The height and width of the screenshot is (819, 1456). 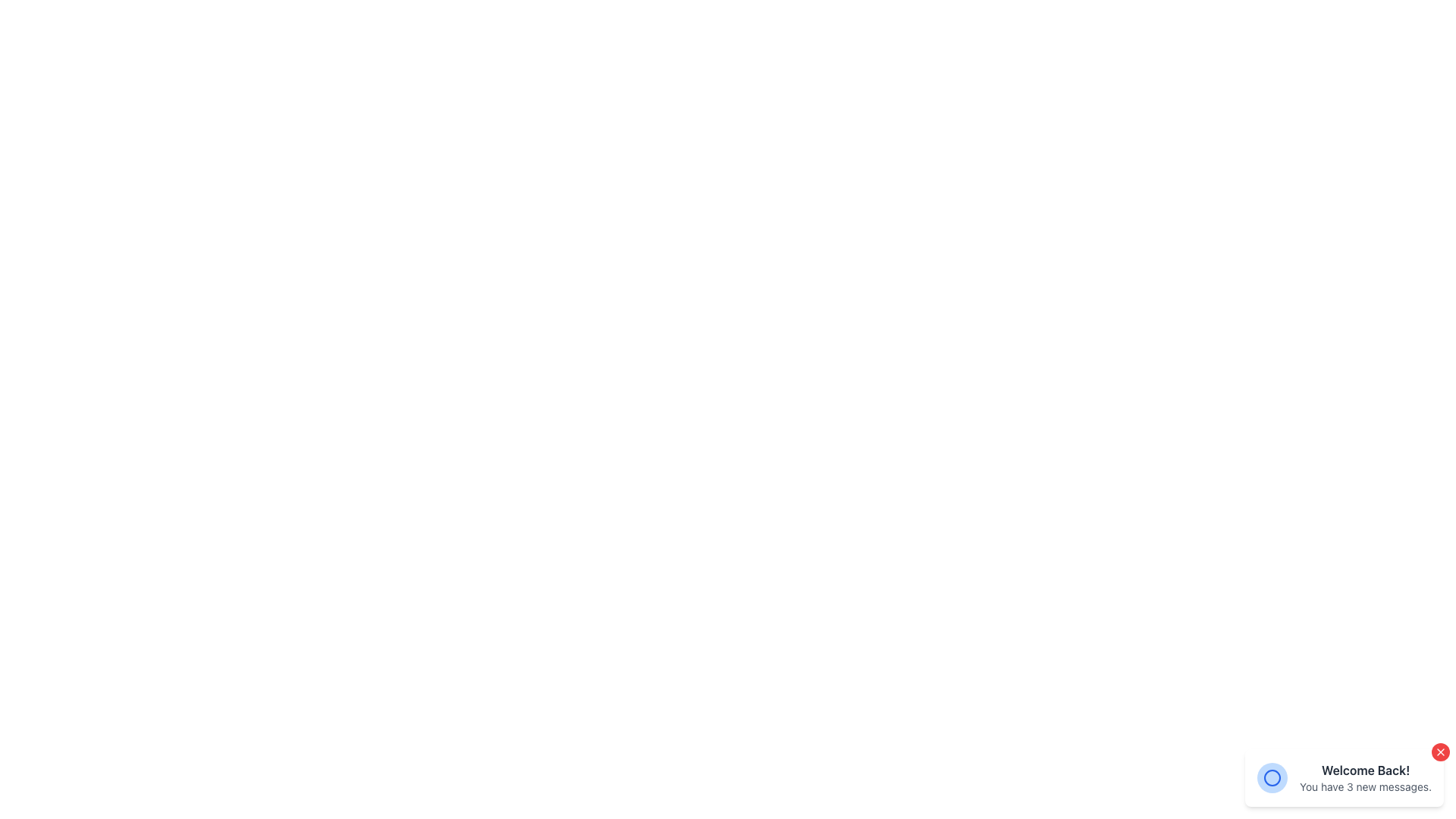 I want to click on informational text label that displays 'You have 3 new messages.' located below the heading 'Welcome Back!' in the bottom-right corner of the interface, so click(x=1366, y=786).